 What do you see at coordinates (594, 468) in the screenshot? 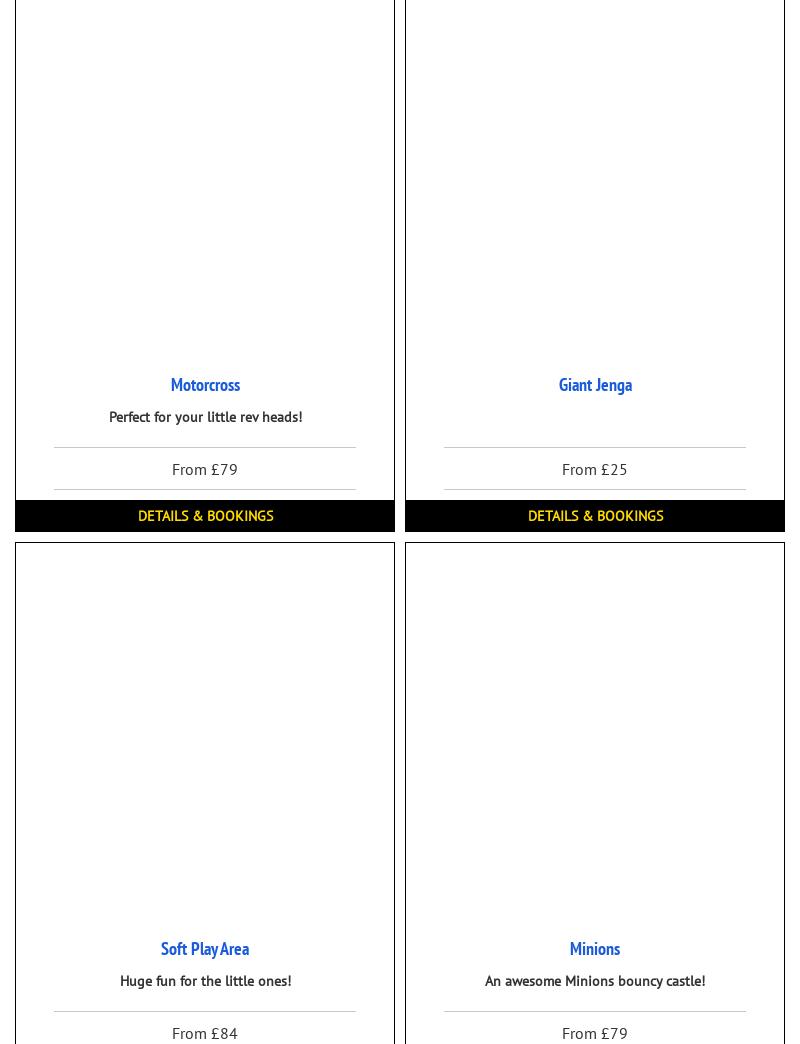
I see `'From £25'` at bounding box center [594, 468].